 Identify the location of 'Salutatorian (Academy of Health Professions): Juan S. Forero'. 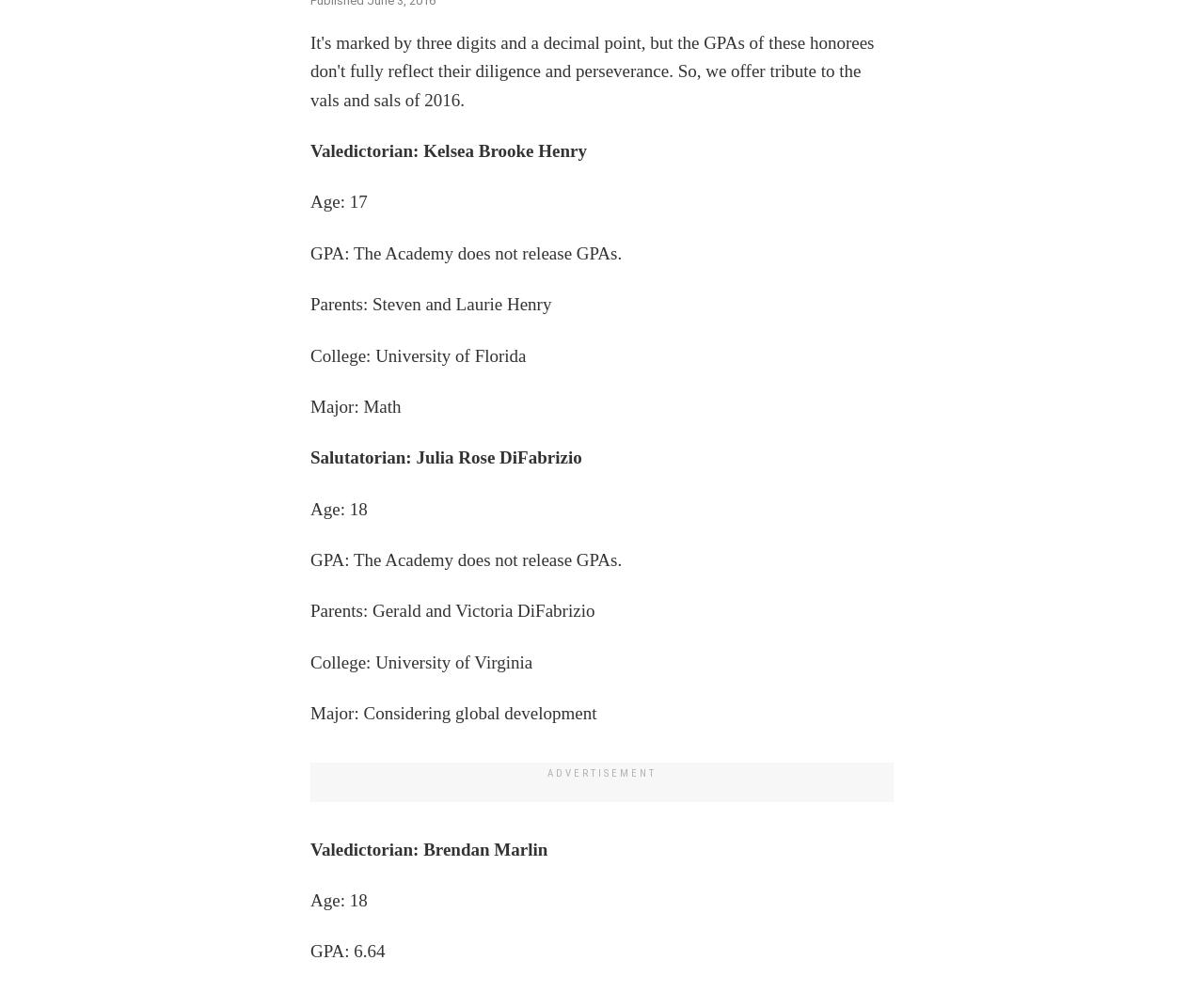
(545, 108).